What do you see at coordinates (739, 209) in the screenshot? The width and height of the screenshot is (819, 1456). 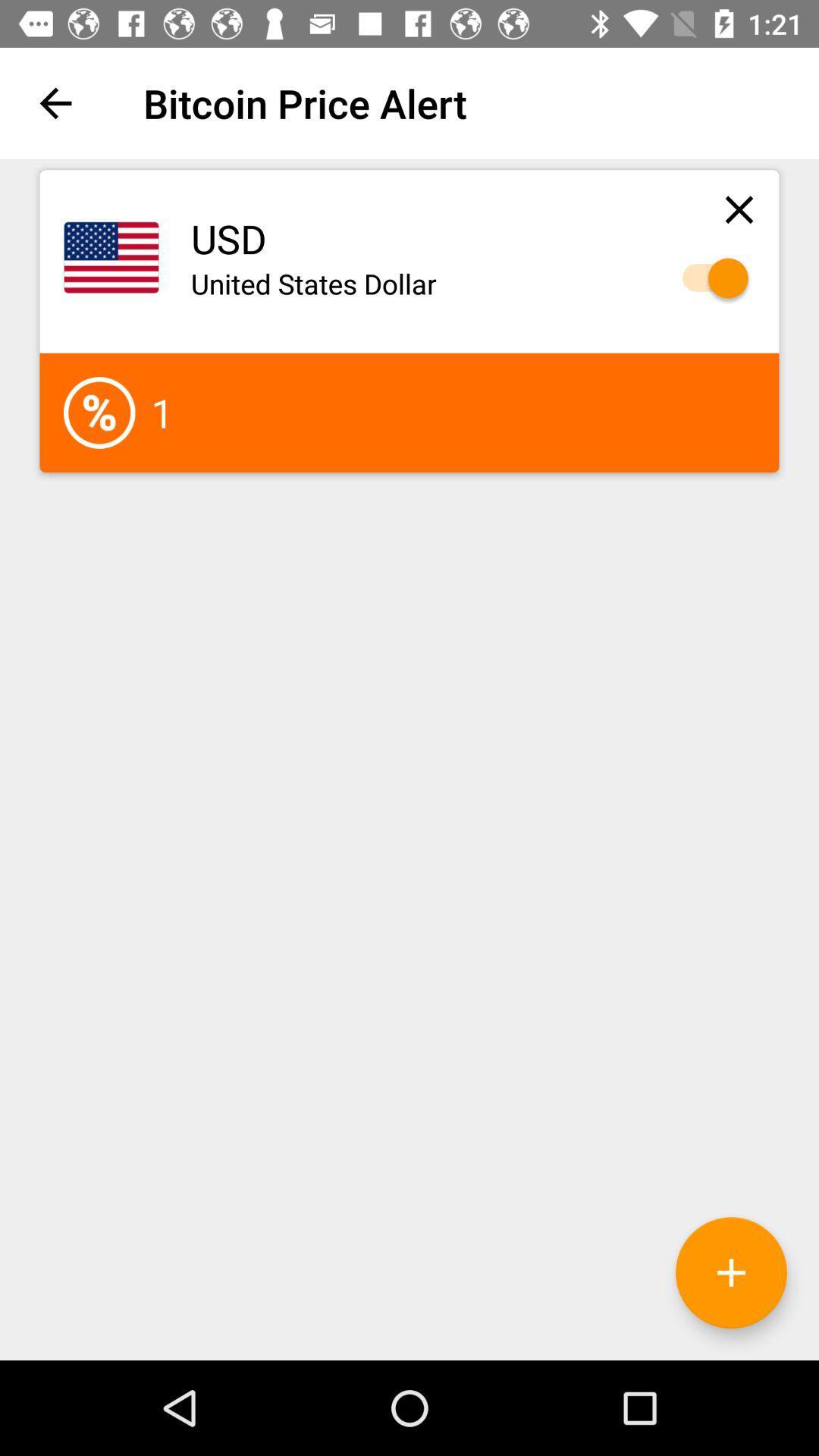 I see `page` at bounding box center [739, 209].